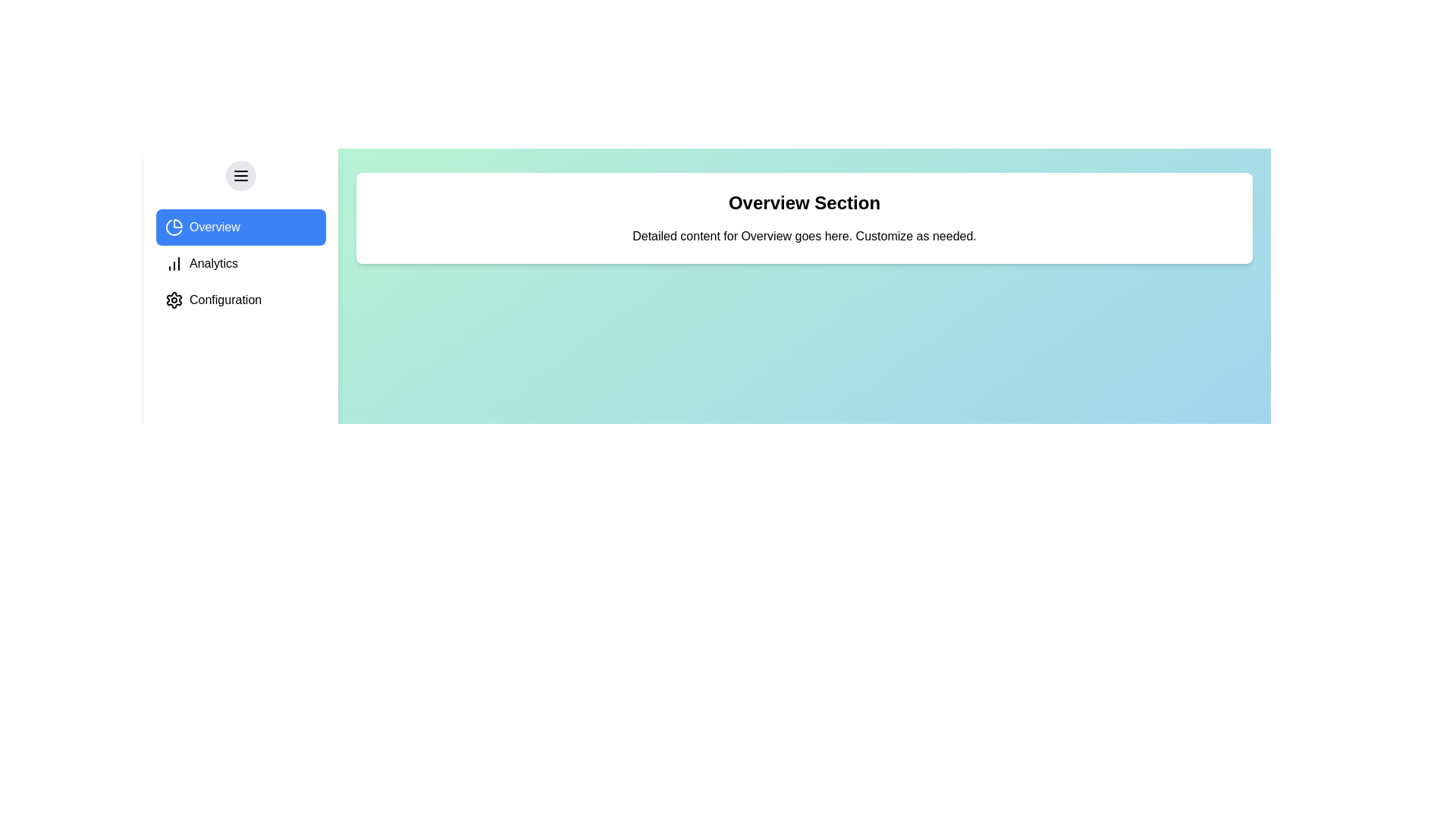  I want to click on the Overview section from the sidebar menu, so click(240, 227).